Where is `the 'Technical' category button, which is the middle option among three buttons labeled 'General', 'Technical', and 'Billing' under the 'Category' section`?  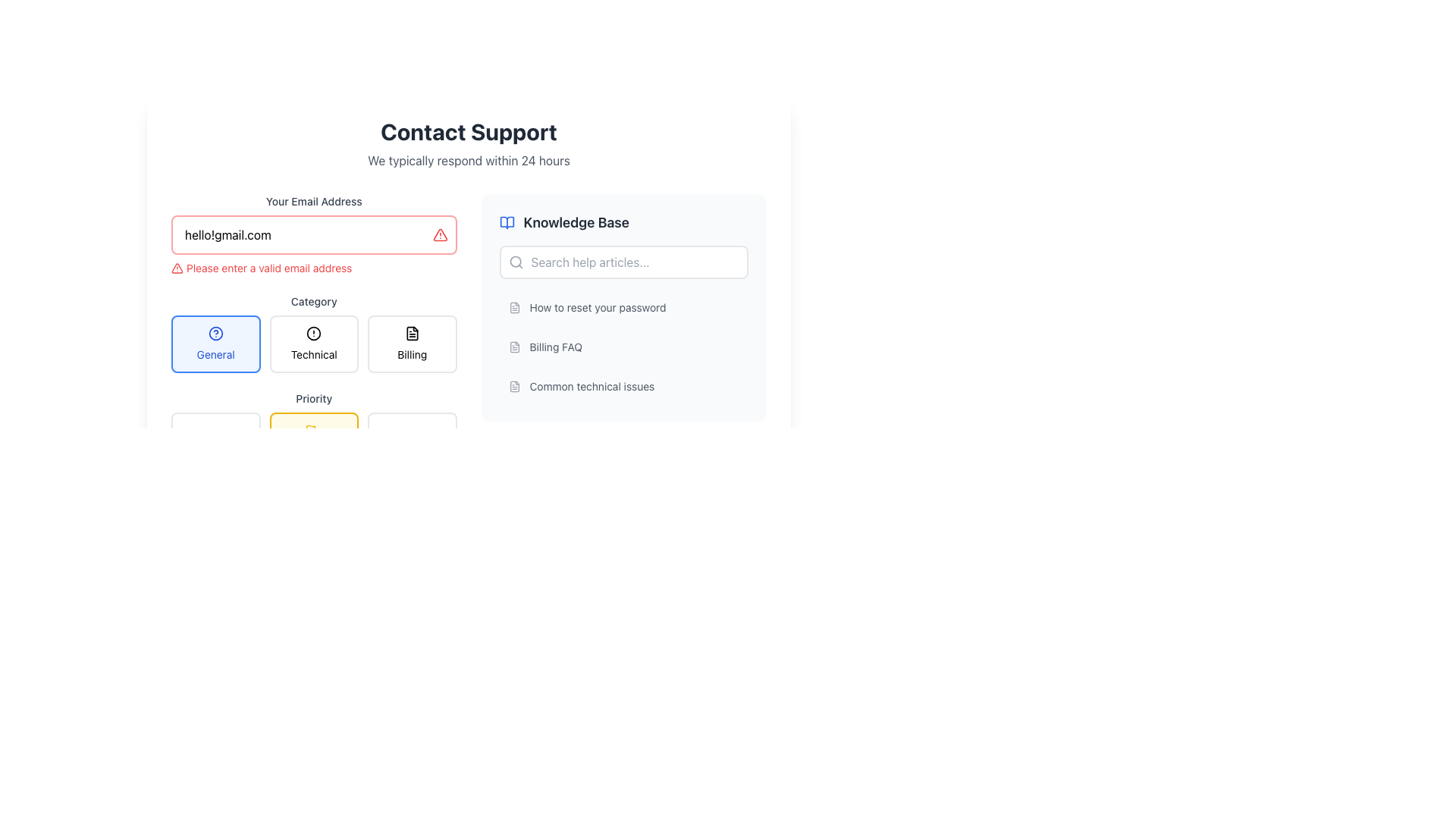 the 'Technical' category button, which is the middle option among three buttons labeled 'General', 'Technical', and 'Billing' under the 'Category' section is located at coordinates (313, 344).